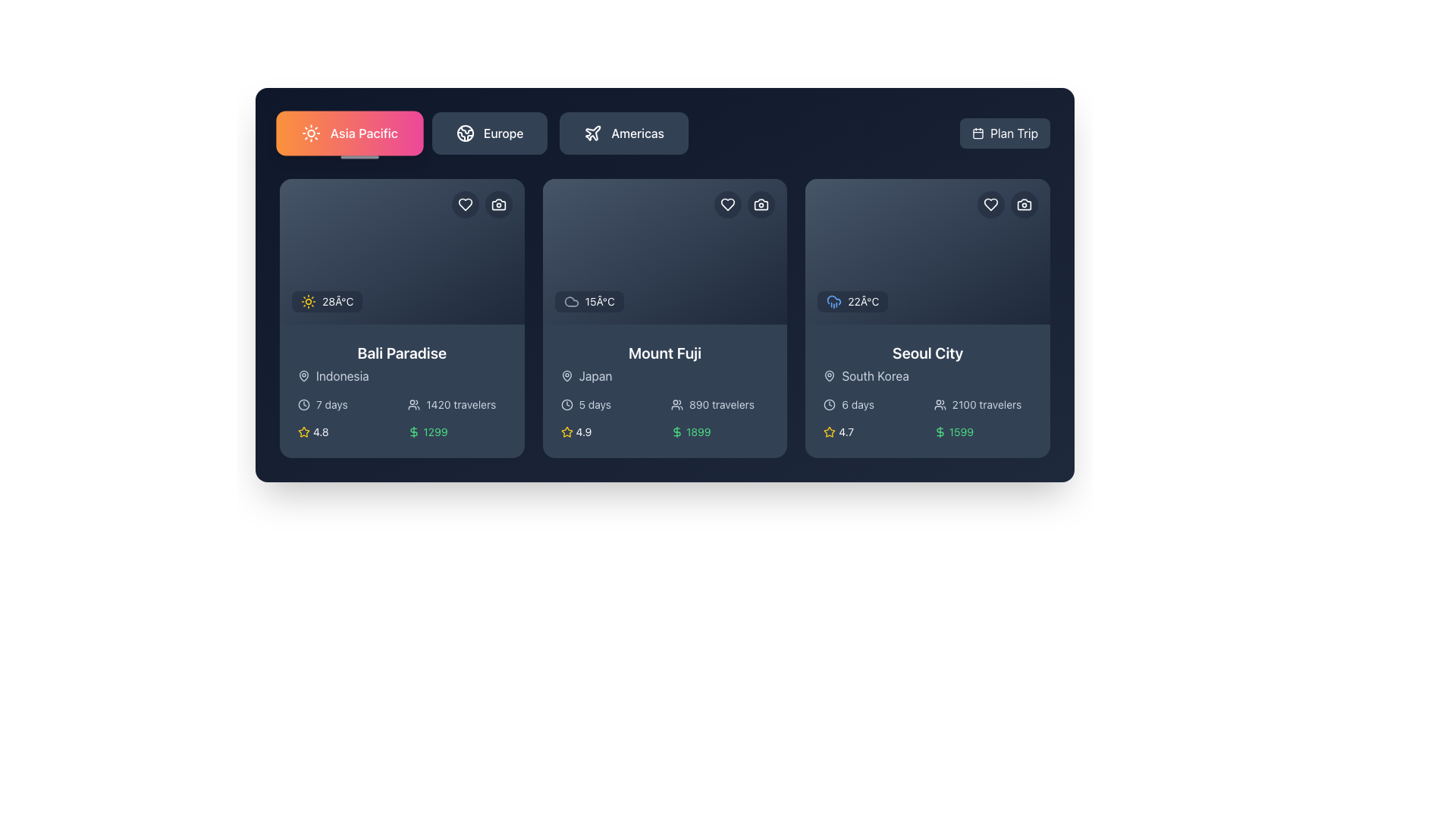 This screenshot has height=819, width=1456. Describe the element at coordinates (761, 205) in the screenshot. I see `the camera icon button located in the top-right region of the 'Mount Fuji' card` at that location.